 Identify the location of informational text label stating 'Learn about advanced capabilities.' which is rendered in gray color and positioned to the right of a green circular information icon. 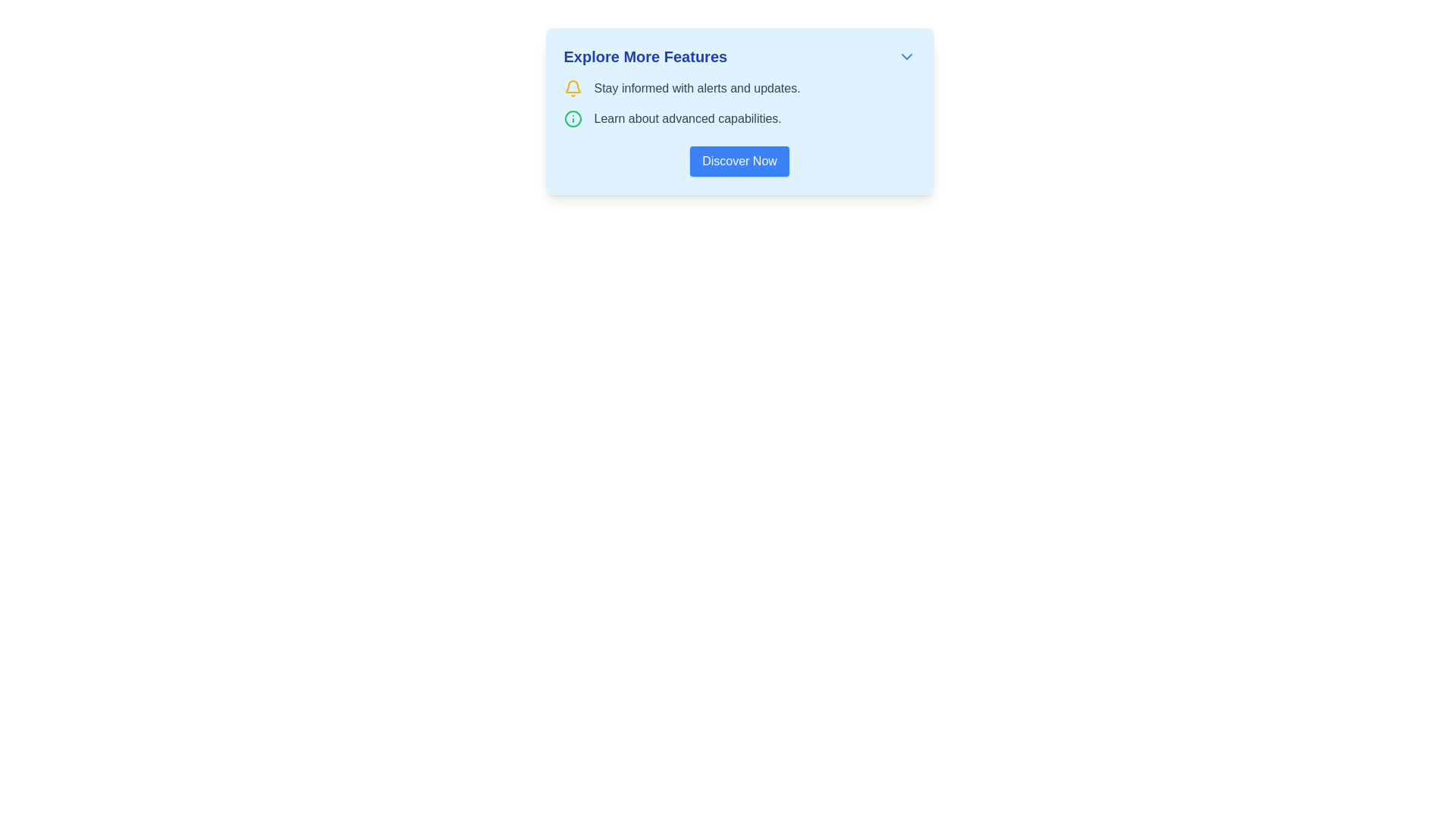
(687, 118).